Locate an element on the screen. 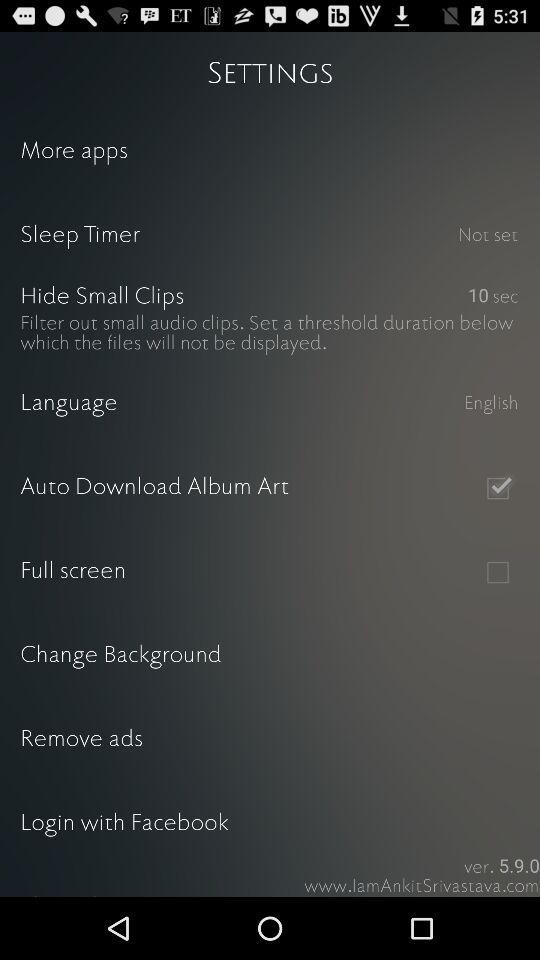  icon above the login with facebook is located at coordinates (270, 739).